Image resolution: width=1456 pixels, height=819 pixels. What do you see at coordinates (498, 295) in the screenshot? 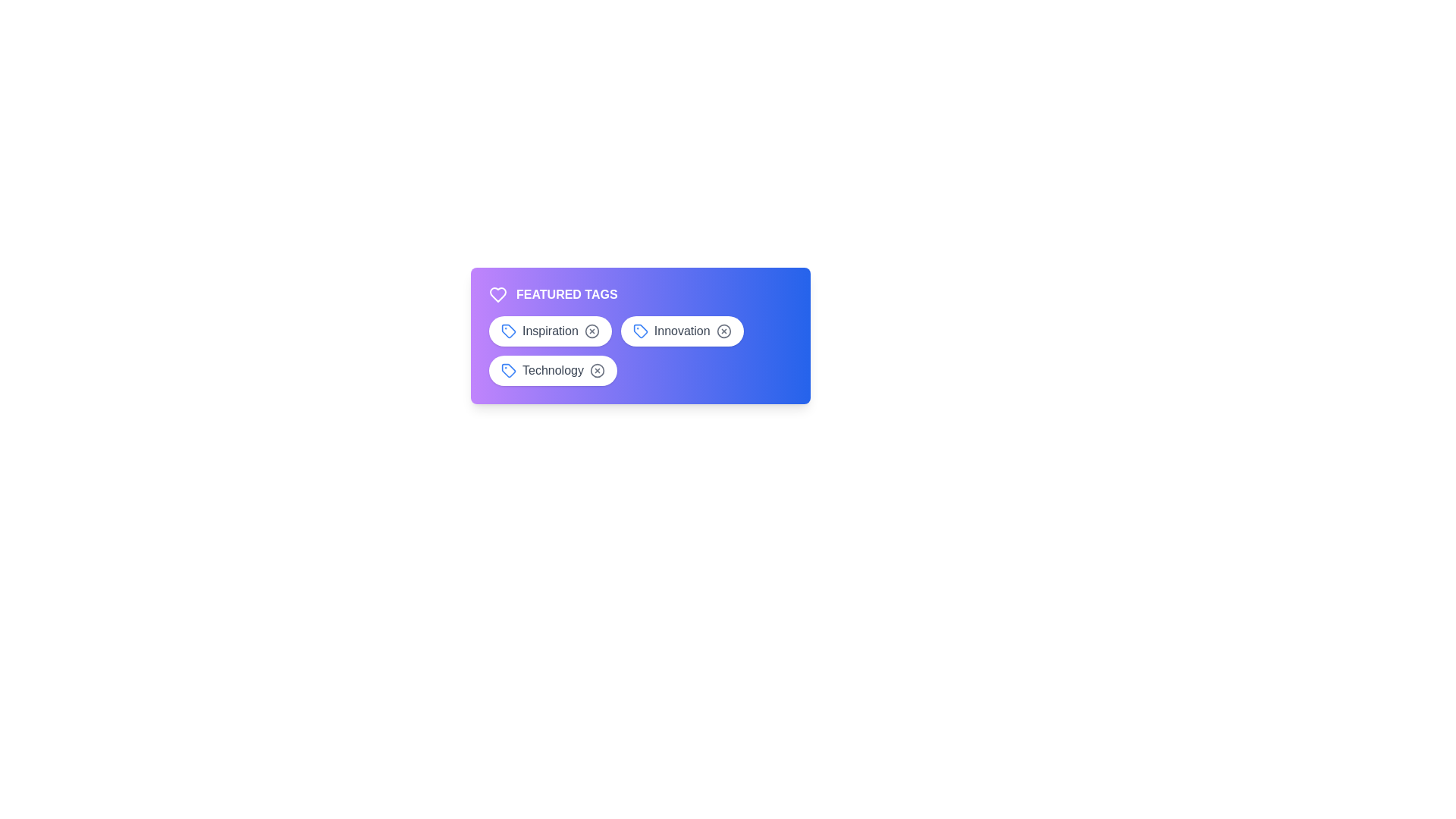
I see `the heart icon located at the far left of the 'Featured Tags' header section` at bounding box center [498, 295].